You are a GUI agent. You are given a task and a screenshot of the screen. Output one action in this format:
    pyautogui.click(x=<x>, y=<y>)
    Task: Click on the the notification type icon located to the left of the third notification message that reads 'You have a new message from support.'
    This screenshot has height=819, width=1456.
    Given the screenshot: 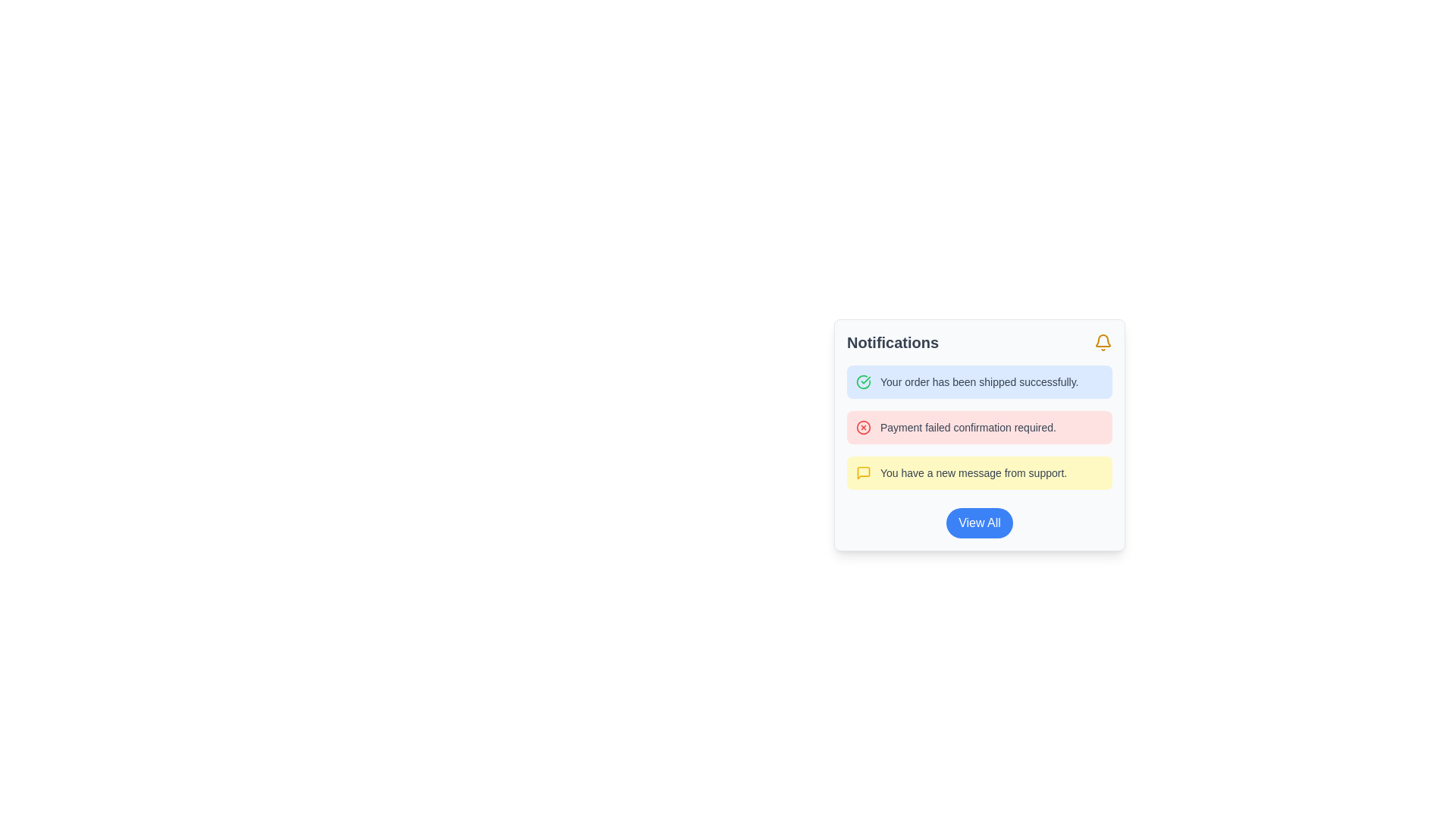 What is the action you would take?
    pyautogui.click(x=863, y=472)
    